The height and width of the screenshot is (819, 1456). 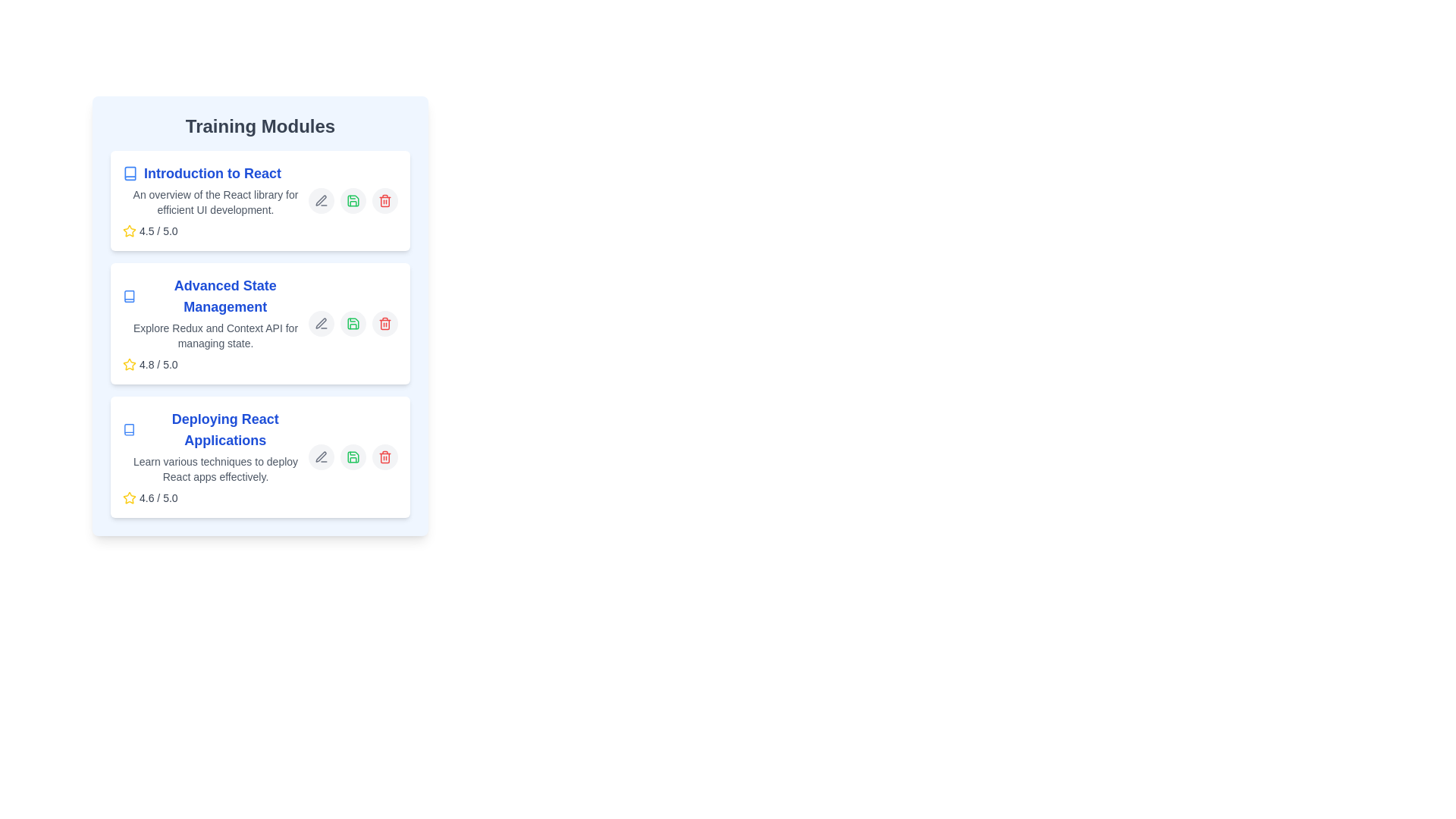 I want to click on the text label displaying the rating '4.8 / 5.0' in gray font, which is located in the second module card labeled 'Advanced State Management', to the right of a yellow star icon, so click(x=158, y=365).